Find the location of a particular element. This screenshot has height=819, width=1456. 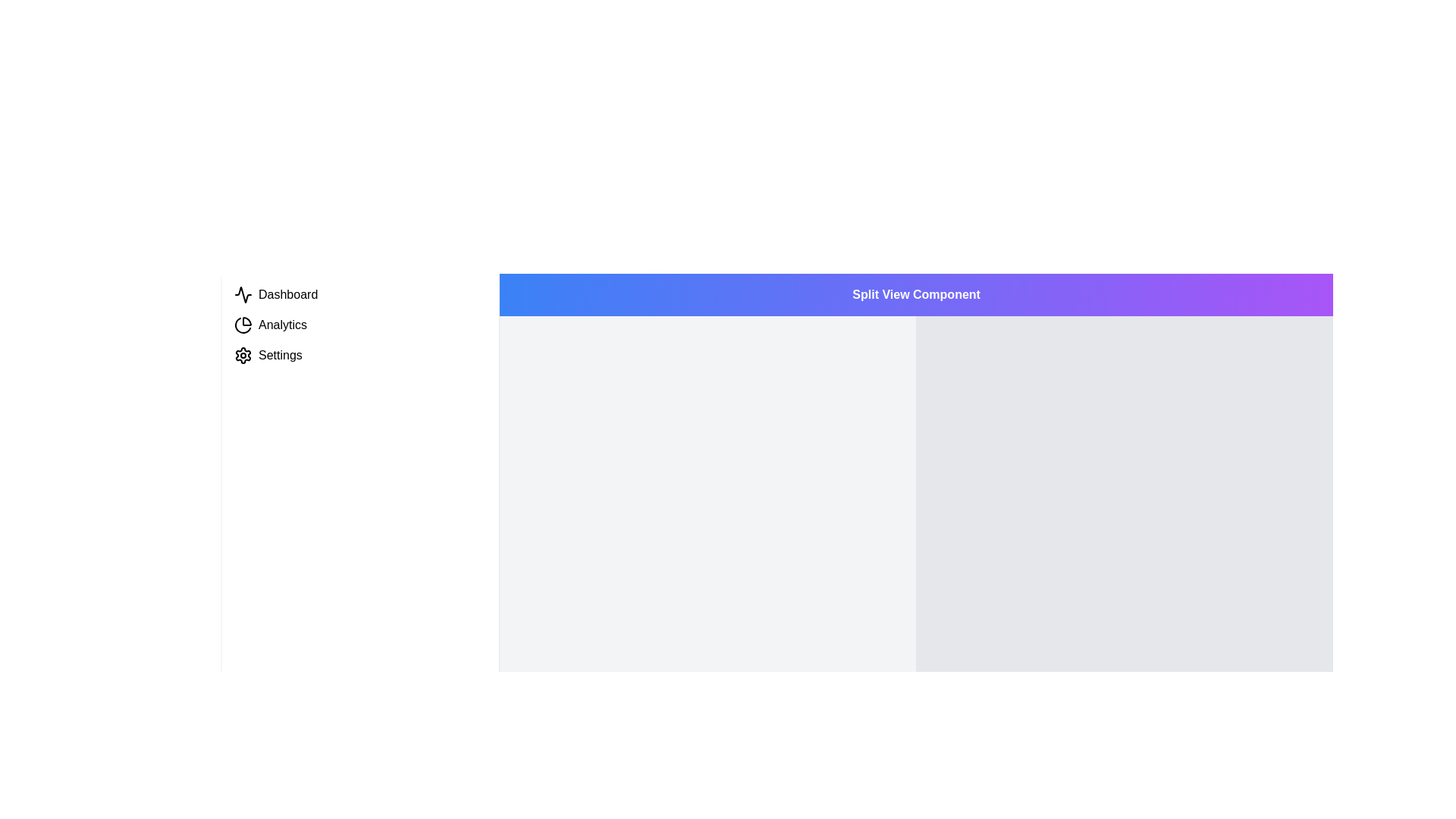

the 'Analytics' option in the Navigation menu is located at coordinates (359, 324).